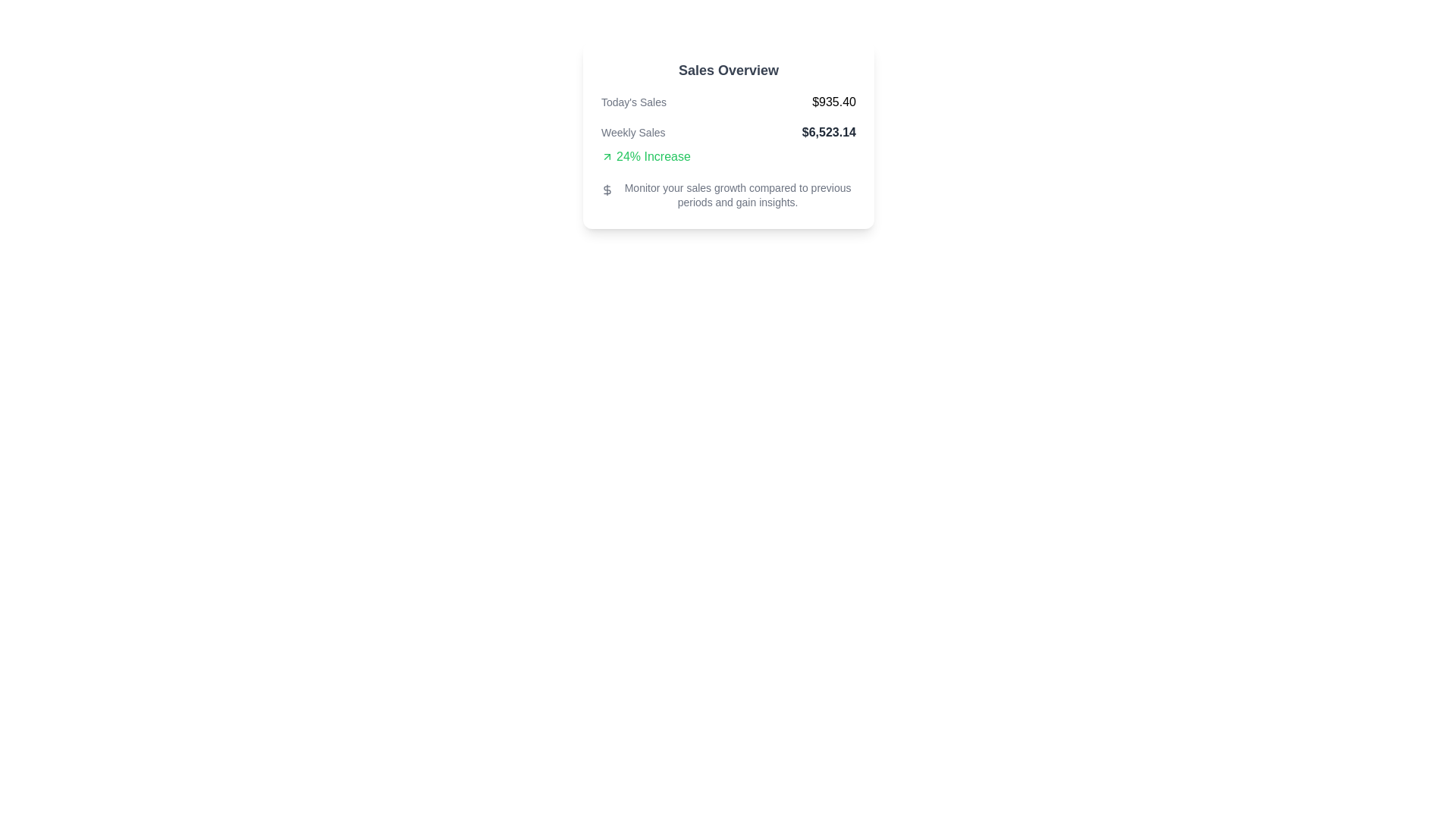 The height and width of the screenshot is (819, 1456). I want to click on the small text label displaying 'Today's Sales' within the financial summary card labeled 'Sales Overview', so click(633, 102).